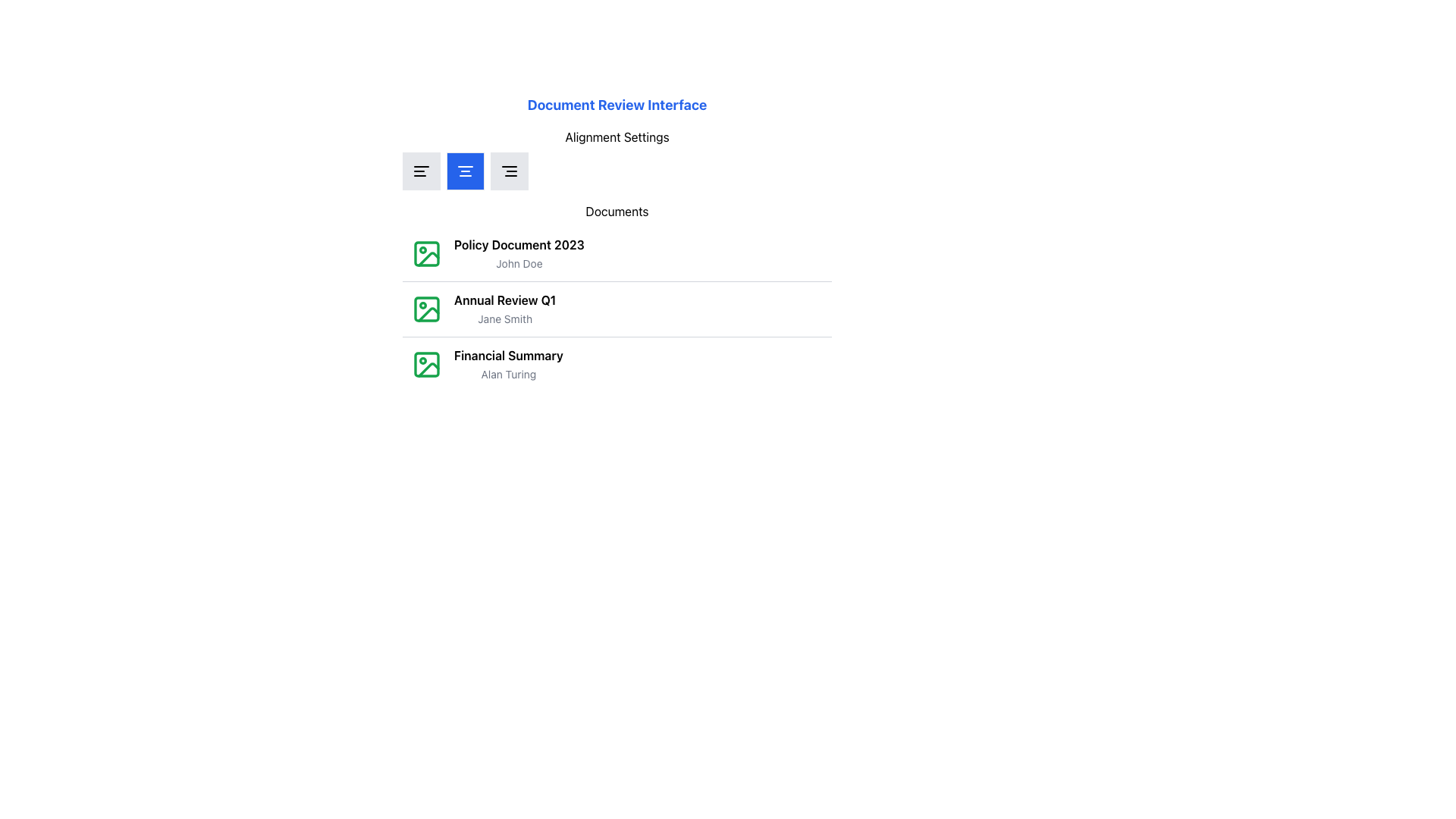  Describe the element at coordinates (498, 253) in the screenshot. I see `the Composite list item titled 'Policy Document 2023' with an icon and text, which is the first entry in the 'Documents' section` at that location.